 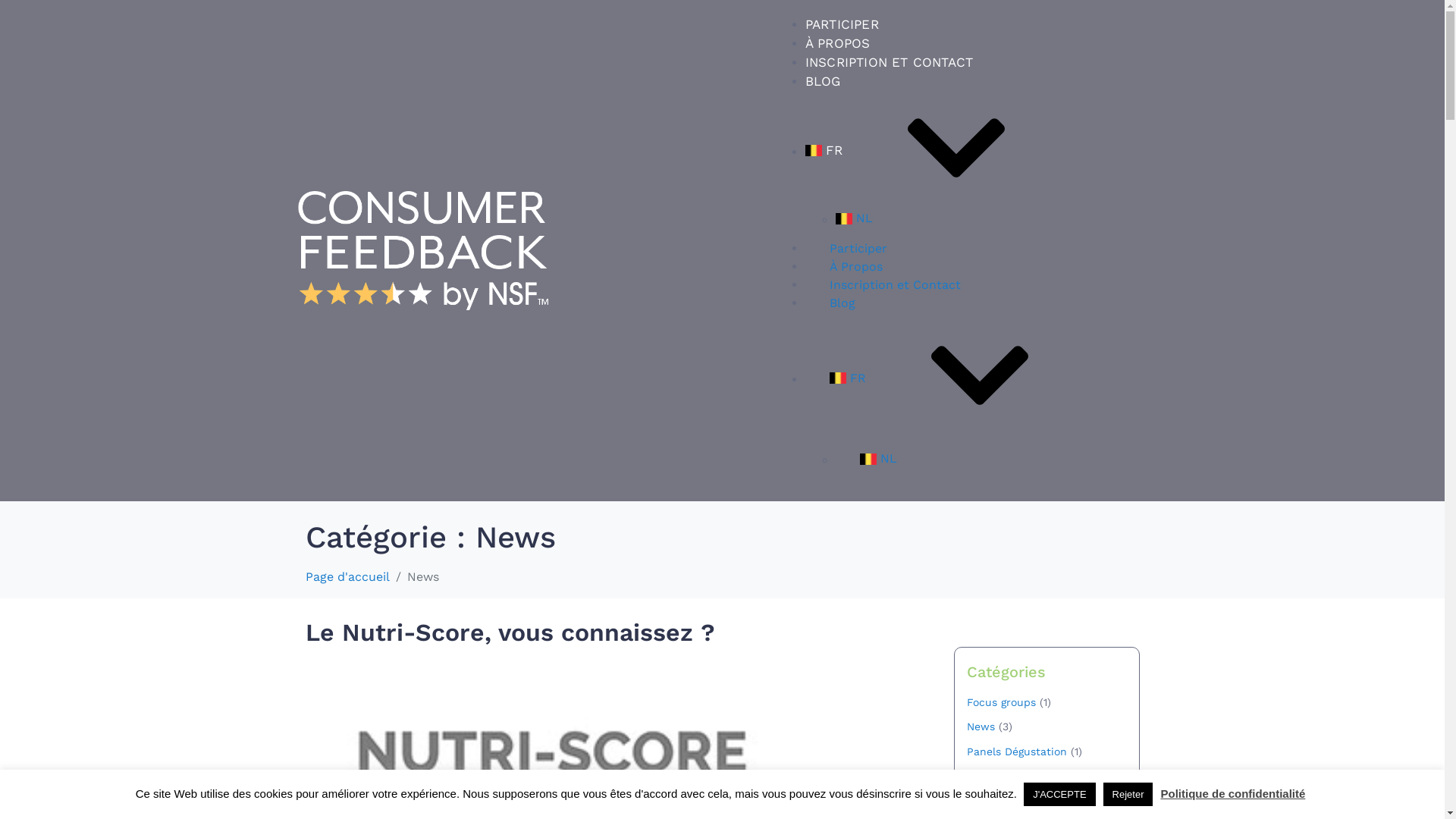 I want to click on 'INSCRIPTION ET CONTACT', so click(x=804, y=61).